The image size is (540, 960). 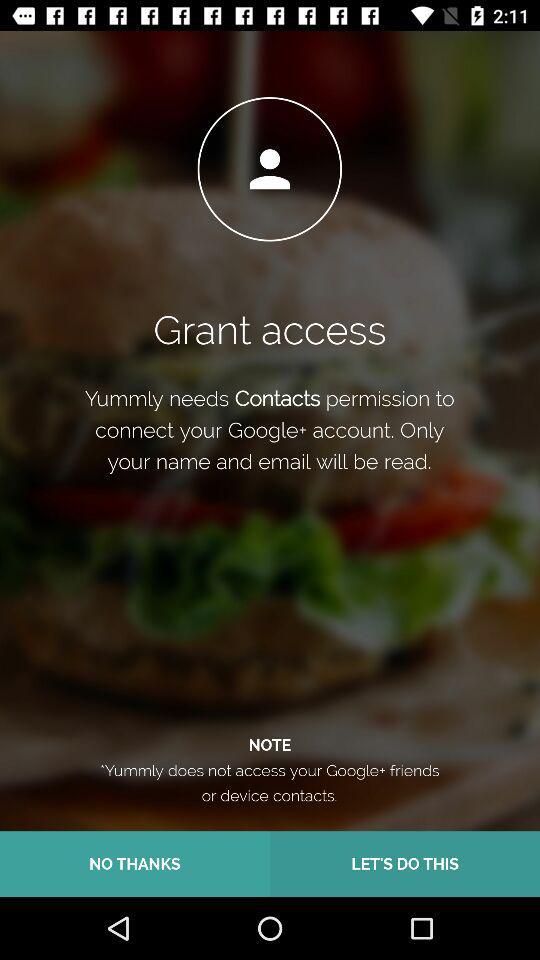 I want to click on item next to no thanks icon, so click(x=405, y=863).